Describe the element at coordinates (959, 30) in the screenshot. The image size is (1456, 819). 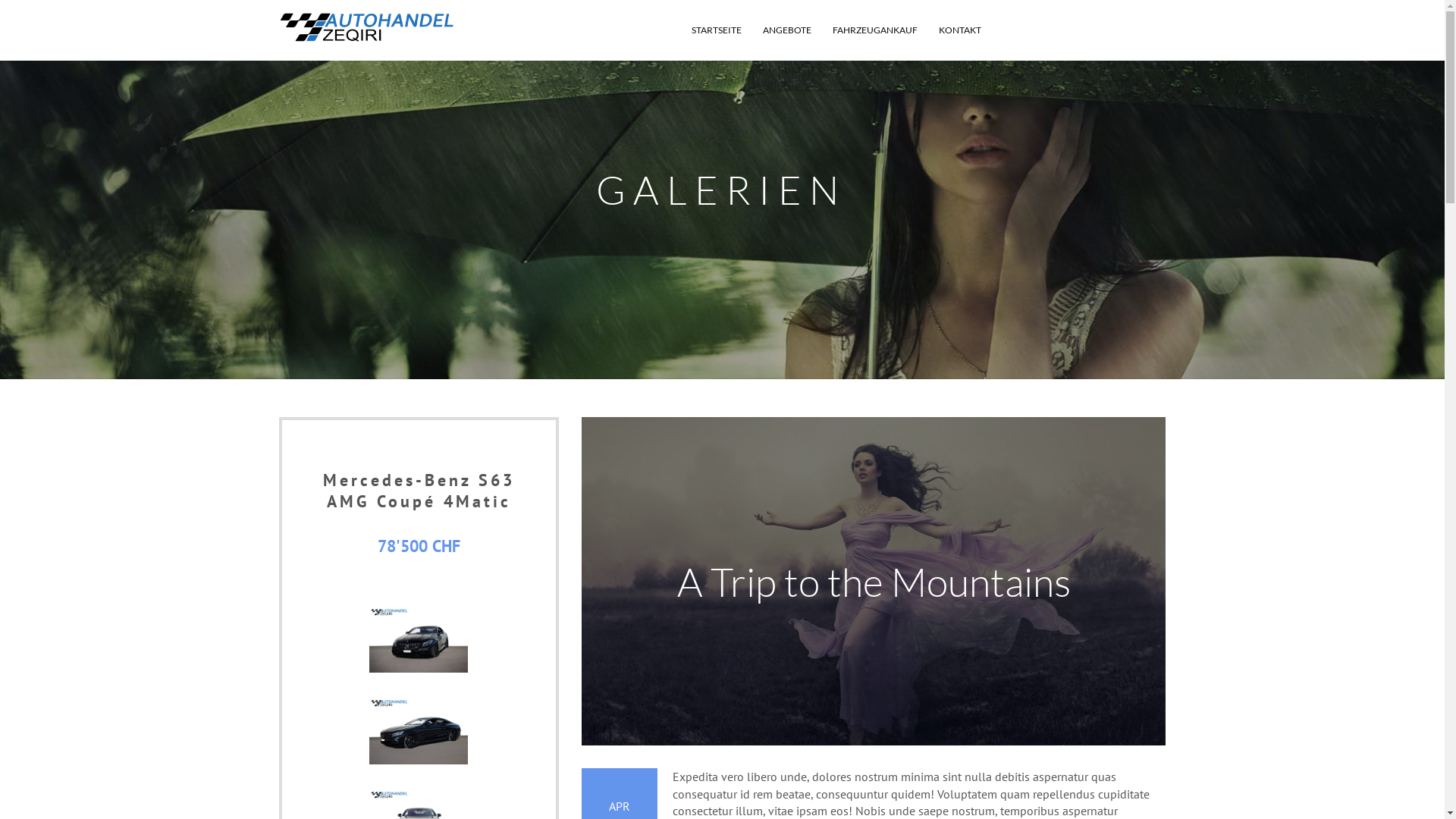
I see `'KONTAKT'` at that location.